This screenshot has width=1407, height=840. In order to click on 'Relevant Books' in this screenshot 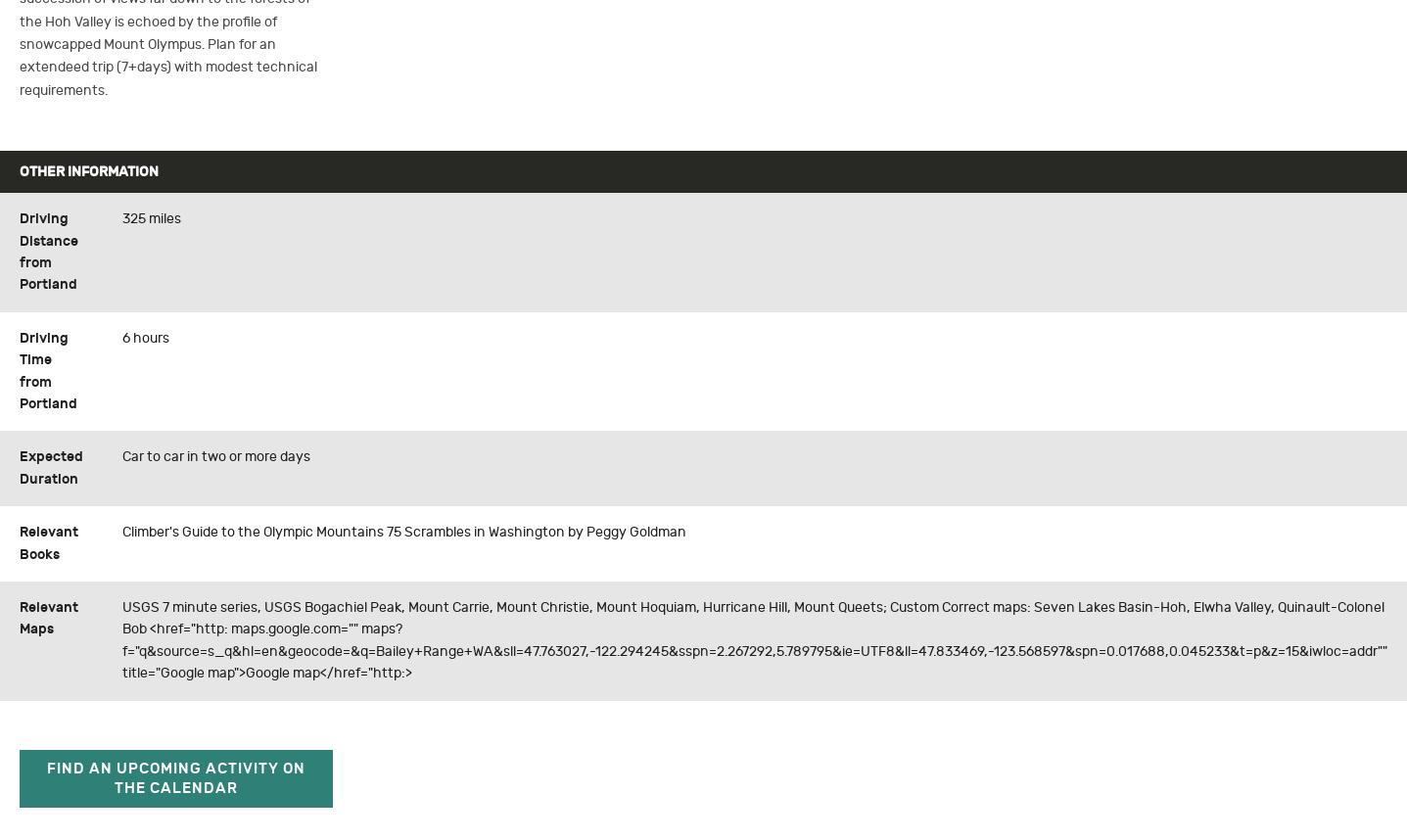, I will do `click(48, 542)`.